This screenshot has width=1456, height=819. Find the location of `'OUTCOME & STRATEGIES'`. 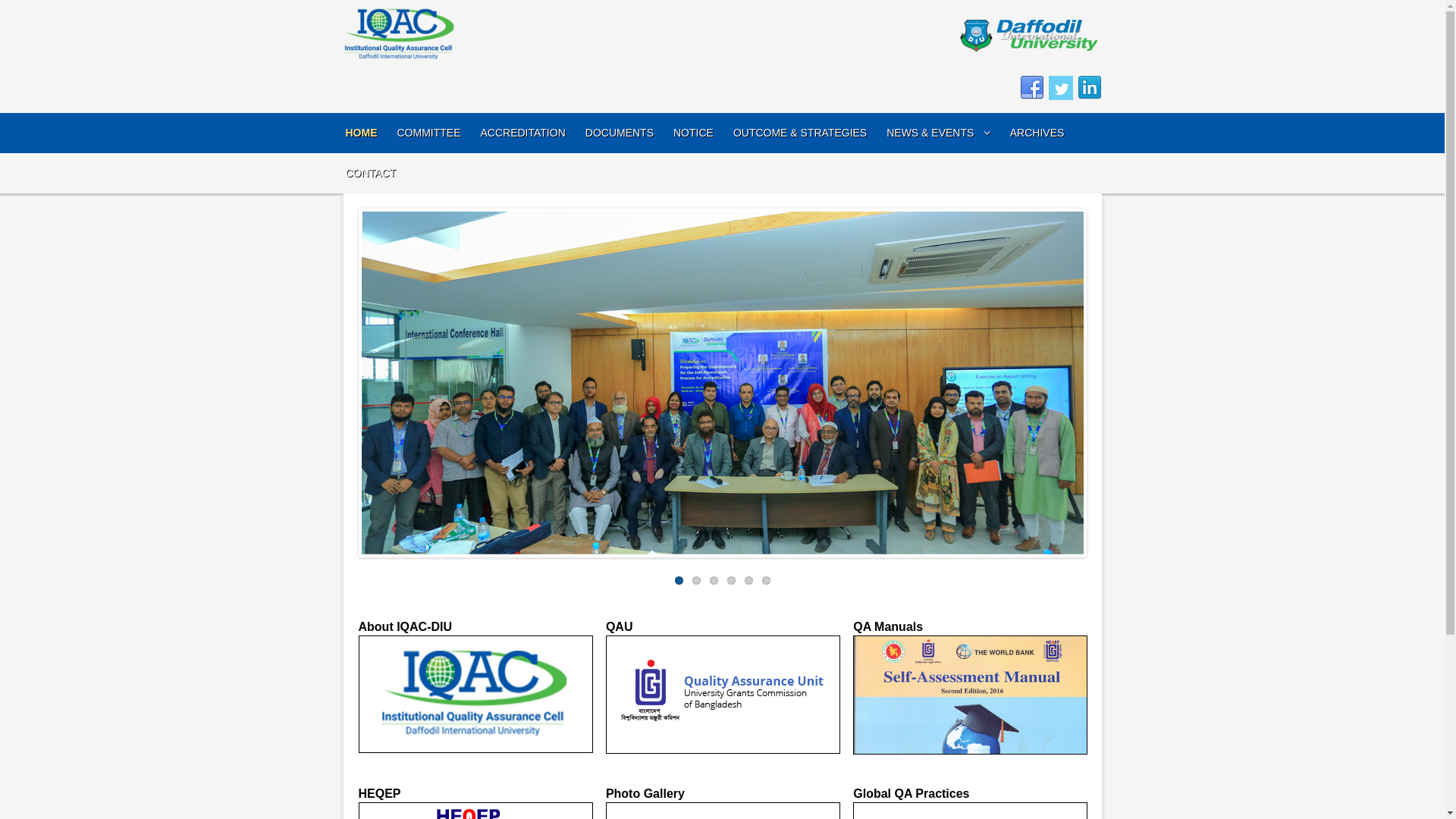

'OUTCOME & STRATEGIES' is located at coordinates (799, 132).